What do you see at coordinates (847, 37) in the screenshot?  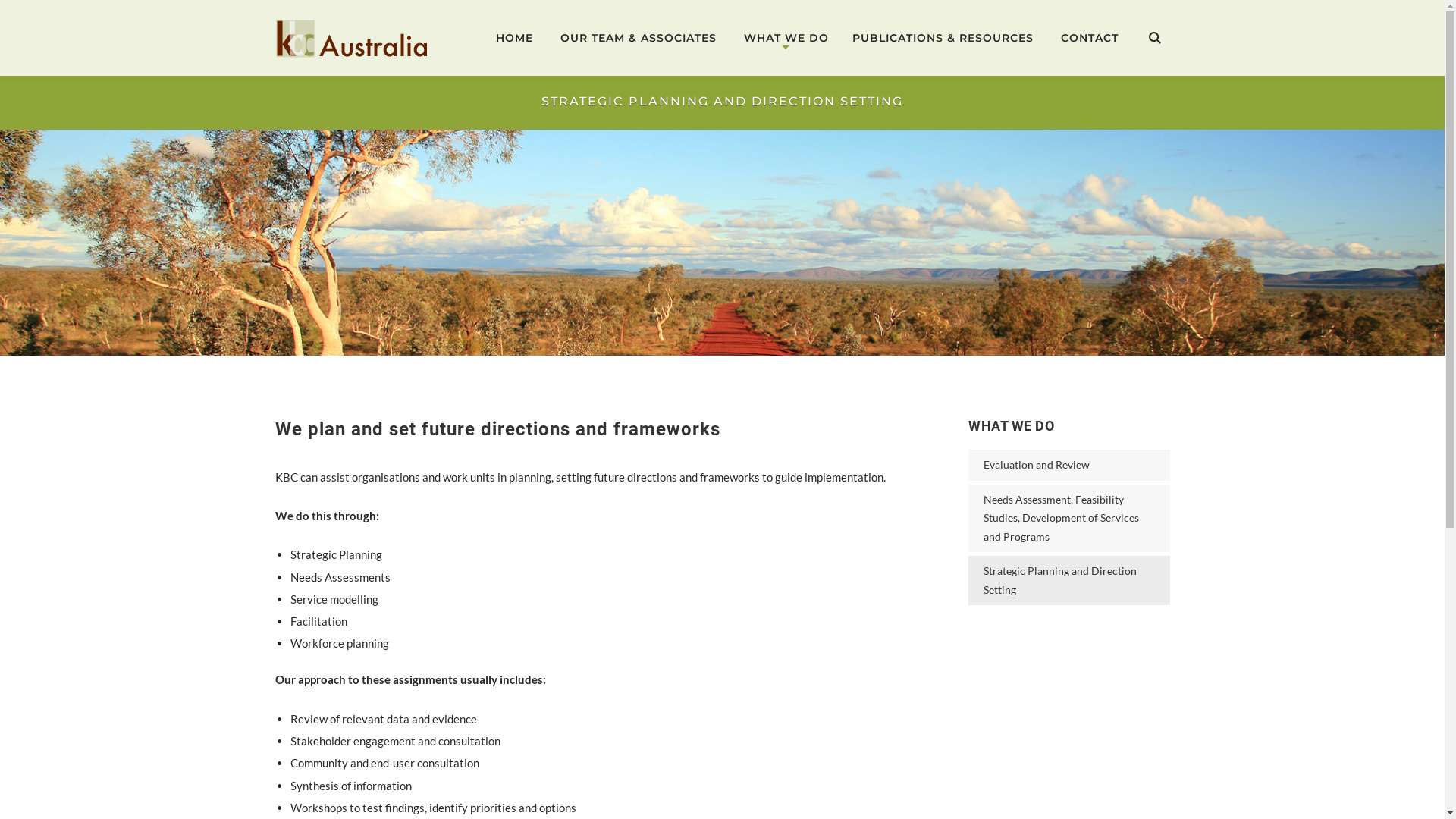 I see `'PUBLICATIONS & RESOURCES'` at bounding box center [847, 37].